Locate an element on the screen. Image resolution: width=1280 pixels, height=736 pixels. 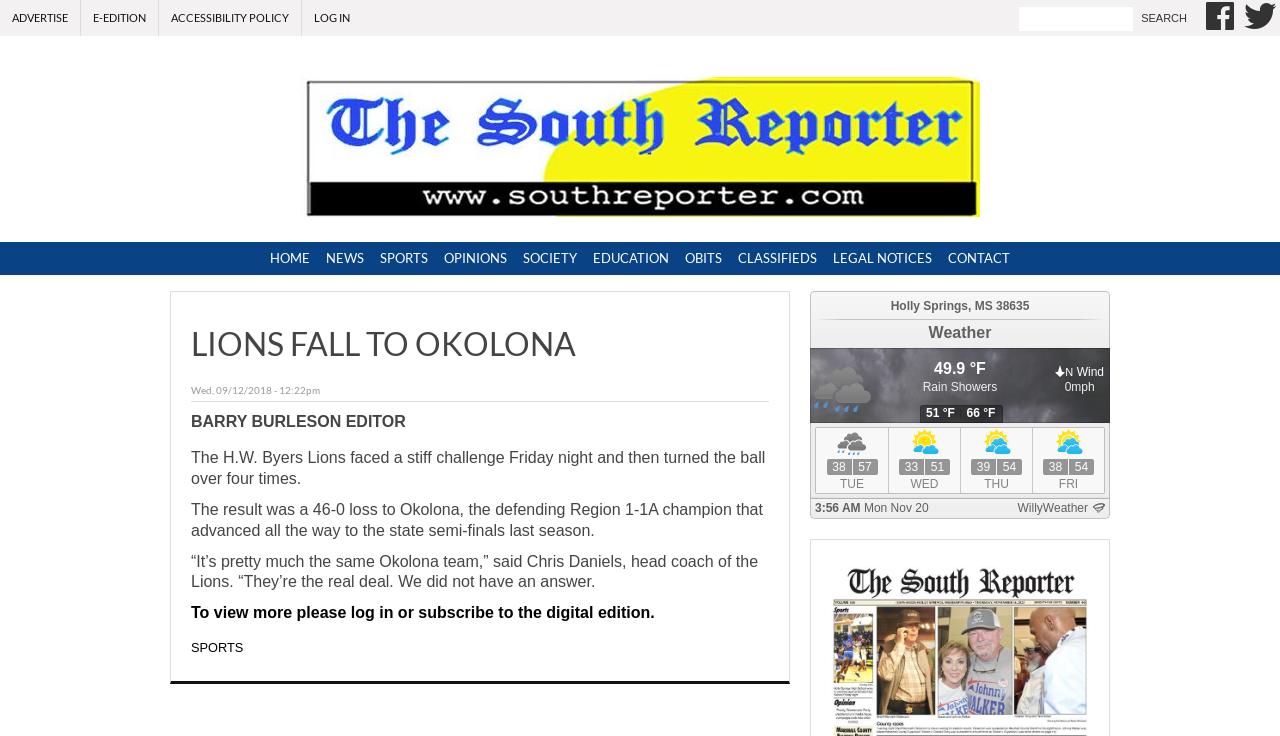
'Advertise' is located at coordinates (39, 16).